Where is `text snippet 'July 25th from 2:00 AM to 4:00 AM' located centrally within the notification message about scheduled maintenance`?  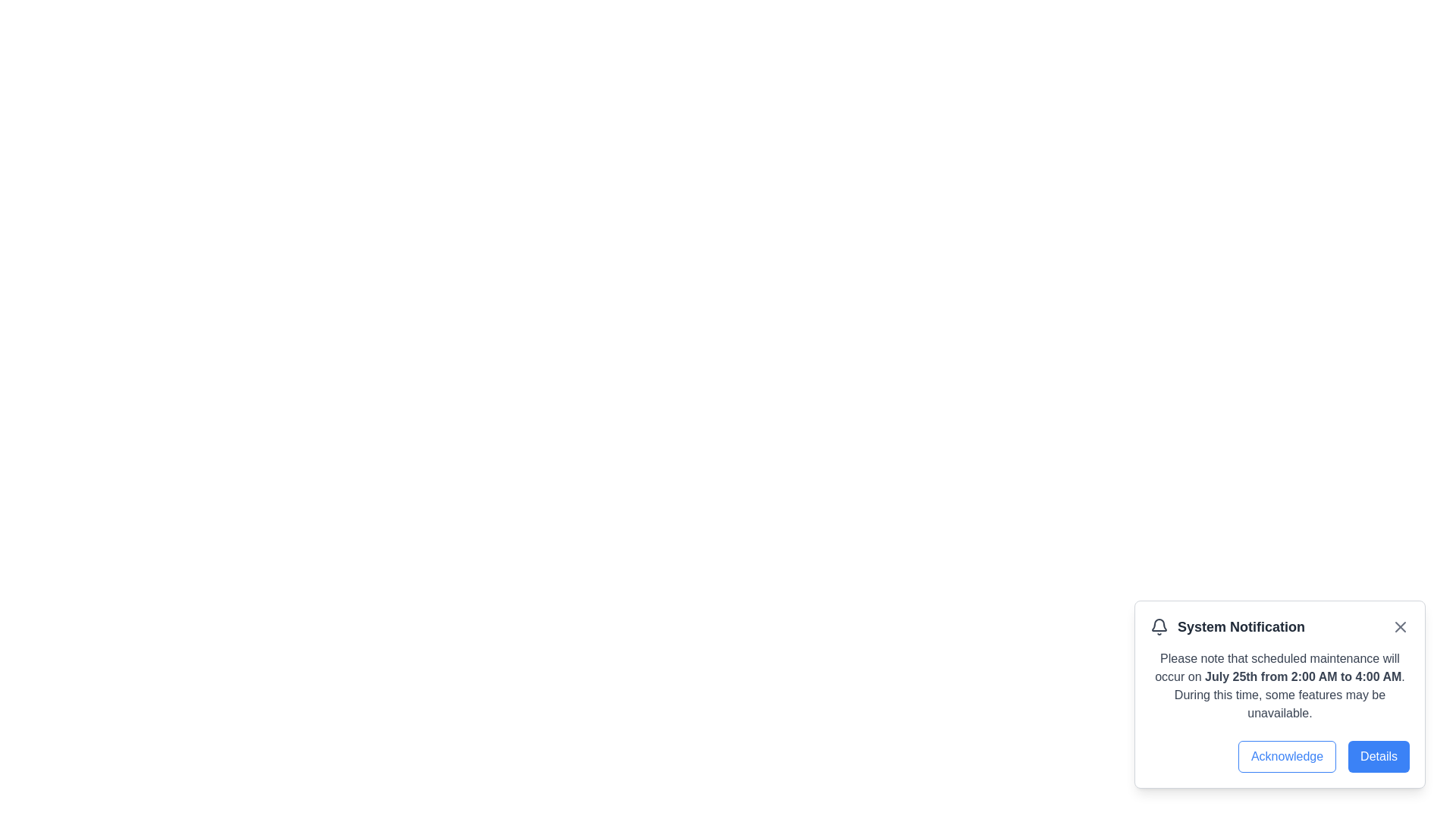 text snippet 'July 25th from 2:00 AM to 4:00 AM' located centrally within the notification message about scheduled maintenance is located at coordinates (1302, 676).